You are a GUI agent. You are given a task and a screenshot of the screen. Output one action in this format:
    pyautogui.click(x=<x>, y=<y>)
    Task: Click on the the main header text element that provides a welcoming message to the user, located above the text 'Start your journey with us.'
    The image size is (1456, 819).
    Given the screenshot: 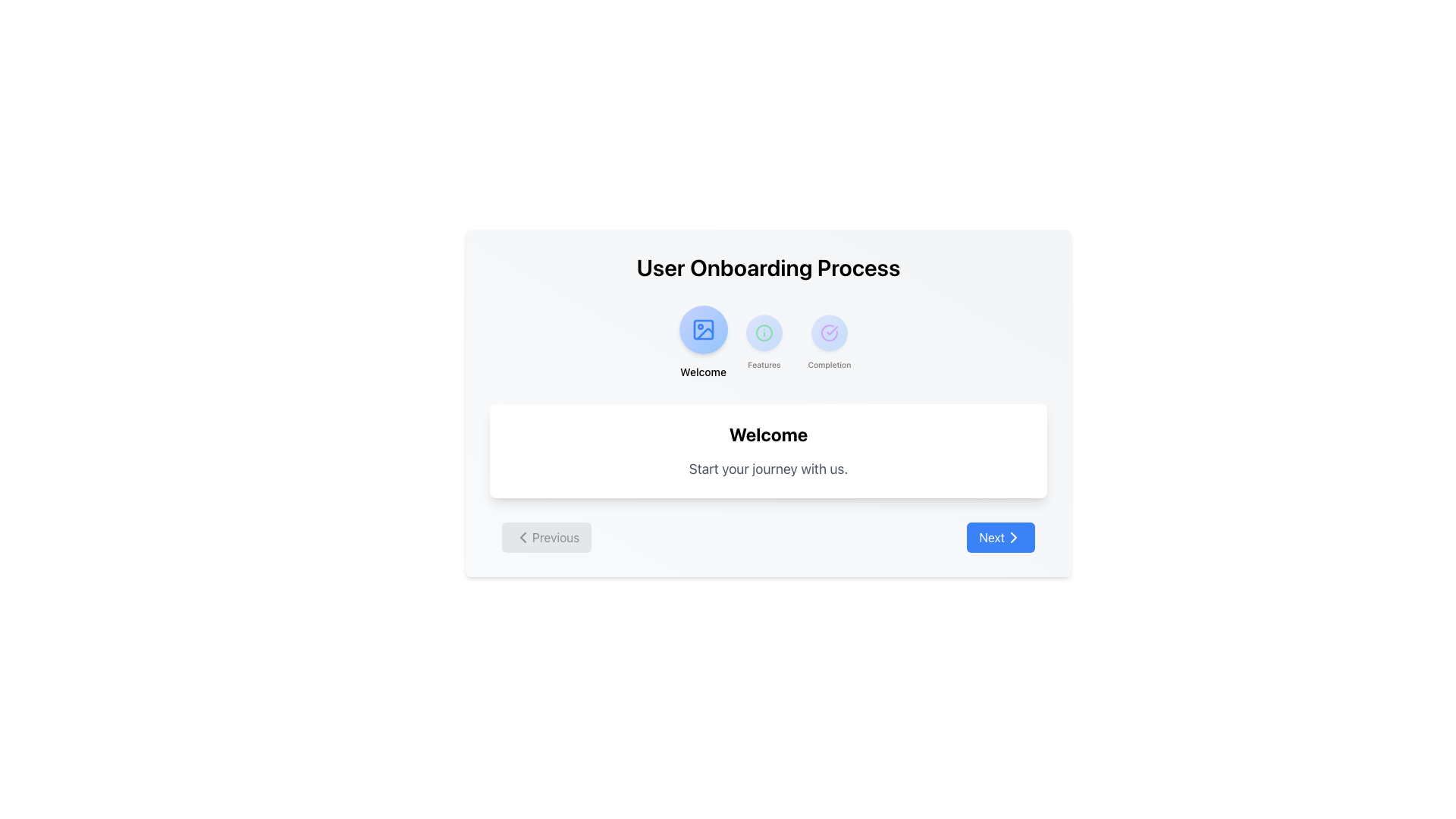 What is the action you would take?
    pyautogui.click(x=768, y=435)
    